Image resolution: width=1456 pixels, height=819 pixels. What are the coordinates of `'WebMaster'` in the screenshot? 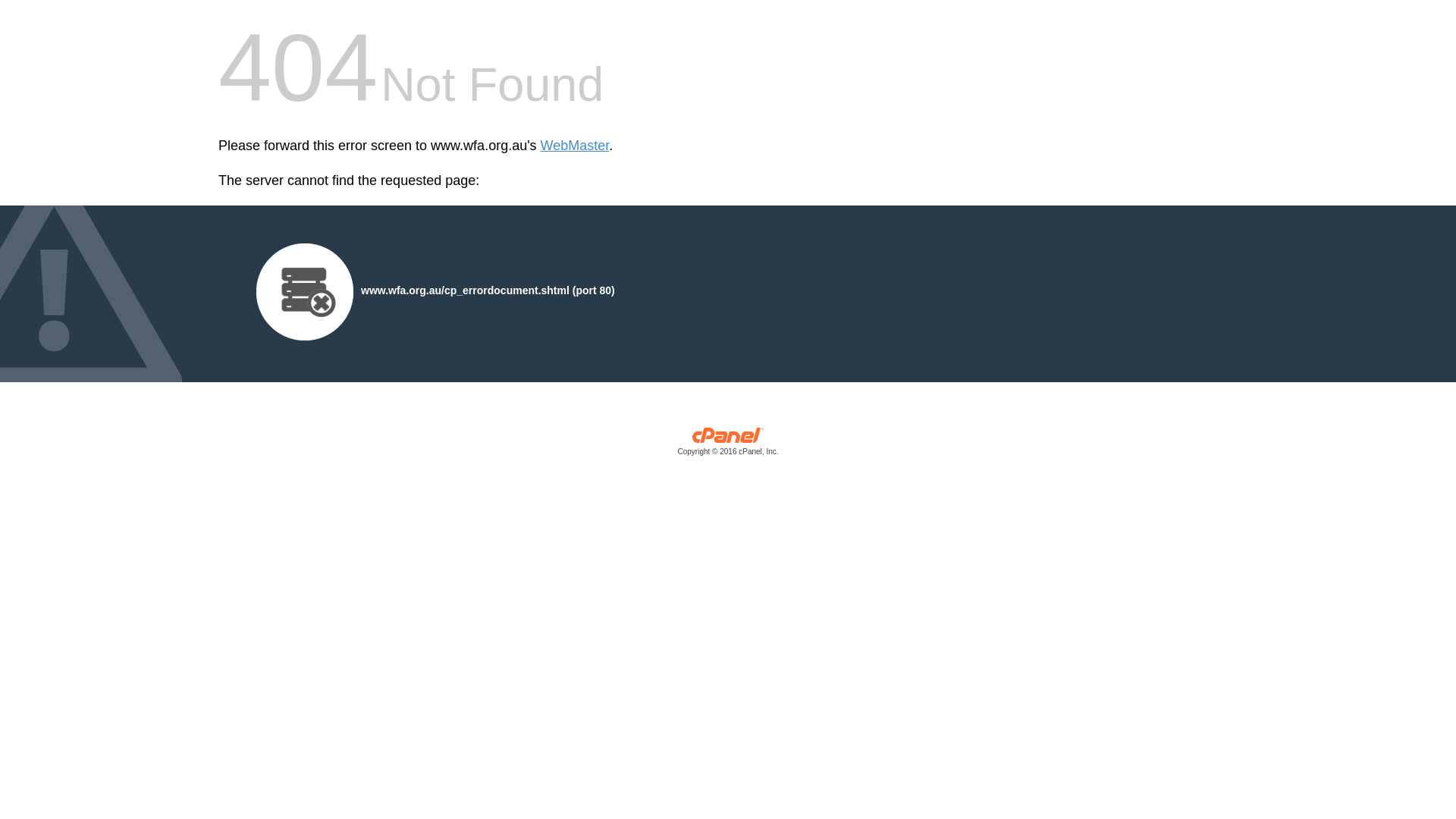 It's located at (541, 146).